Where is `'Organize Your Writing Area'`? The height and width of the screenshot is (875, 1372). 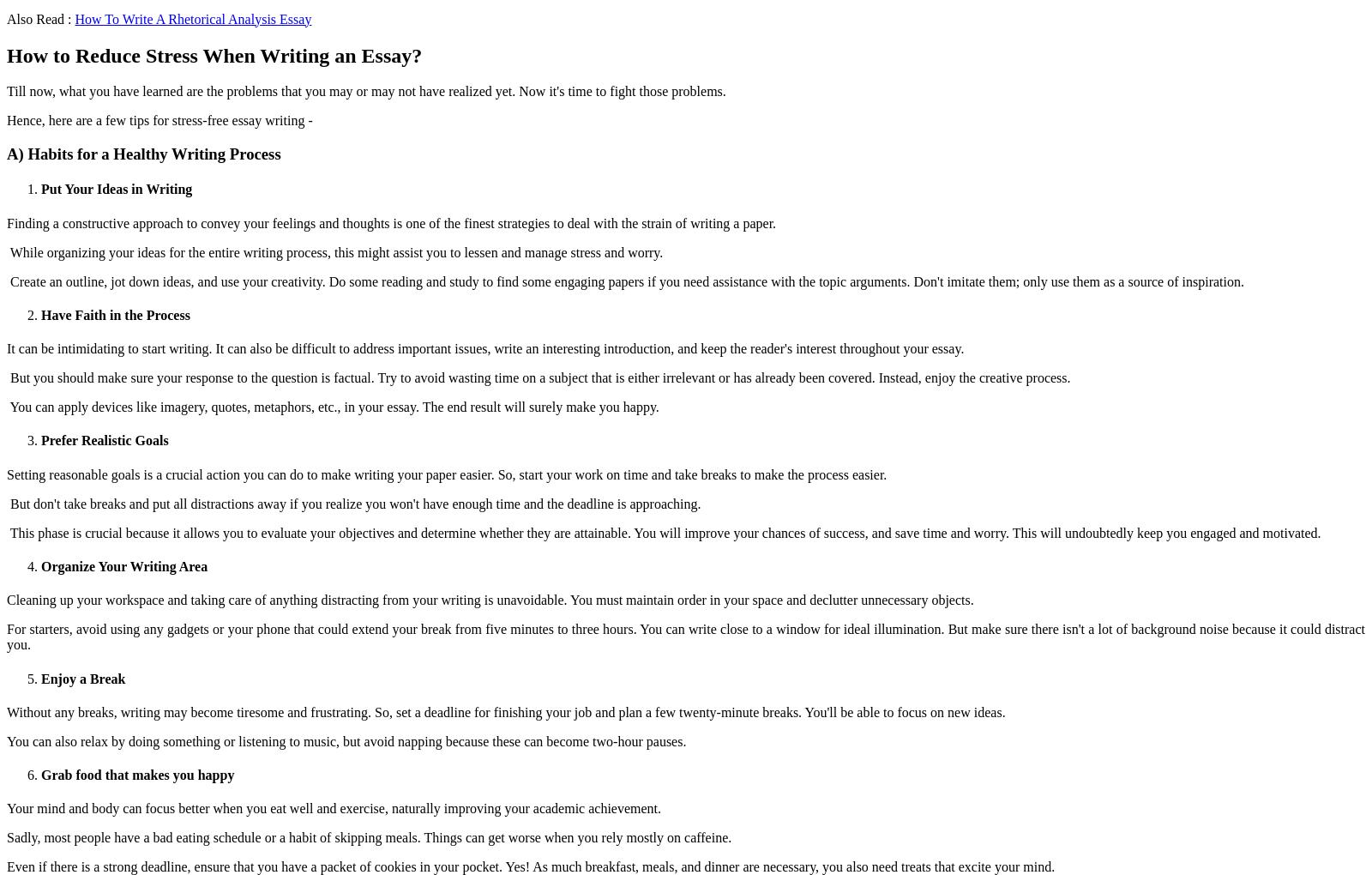
'Organize Your Writing Area' is located at coordinates (123, 566).